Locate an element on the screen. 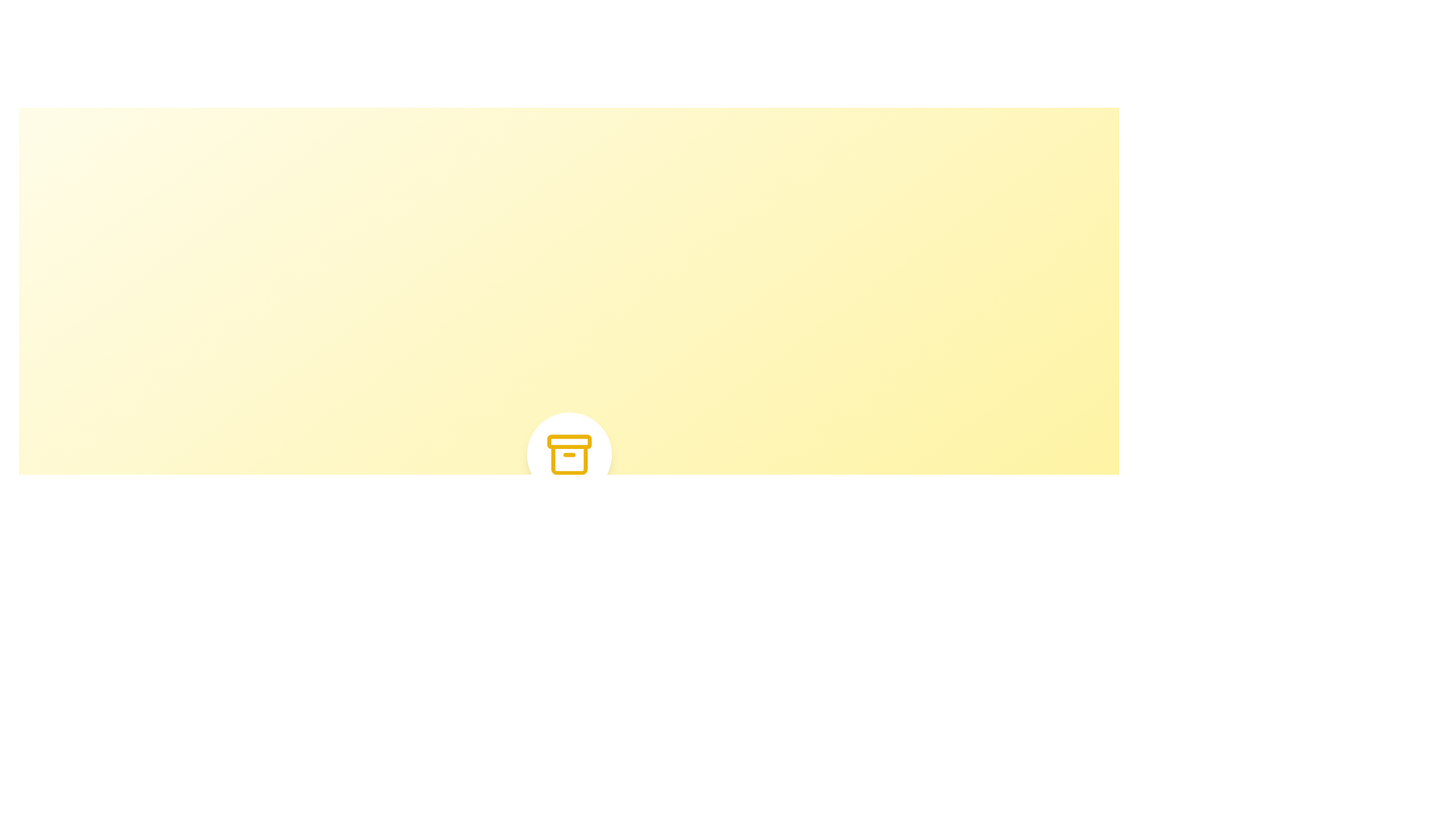 This screenshot has height=819, width=1456. the archive icon, which represents an empty state and is located above the 'No Items Available' text and action buttons is located at coordinates (568, 454).